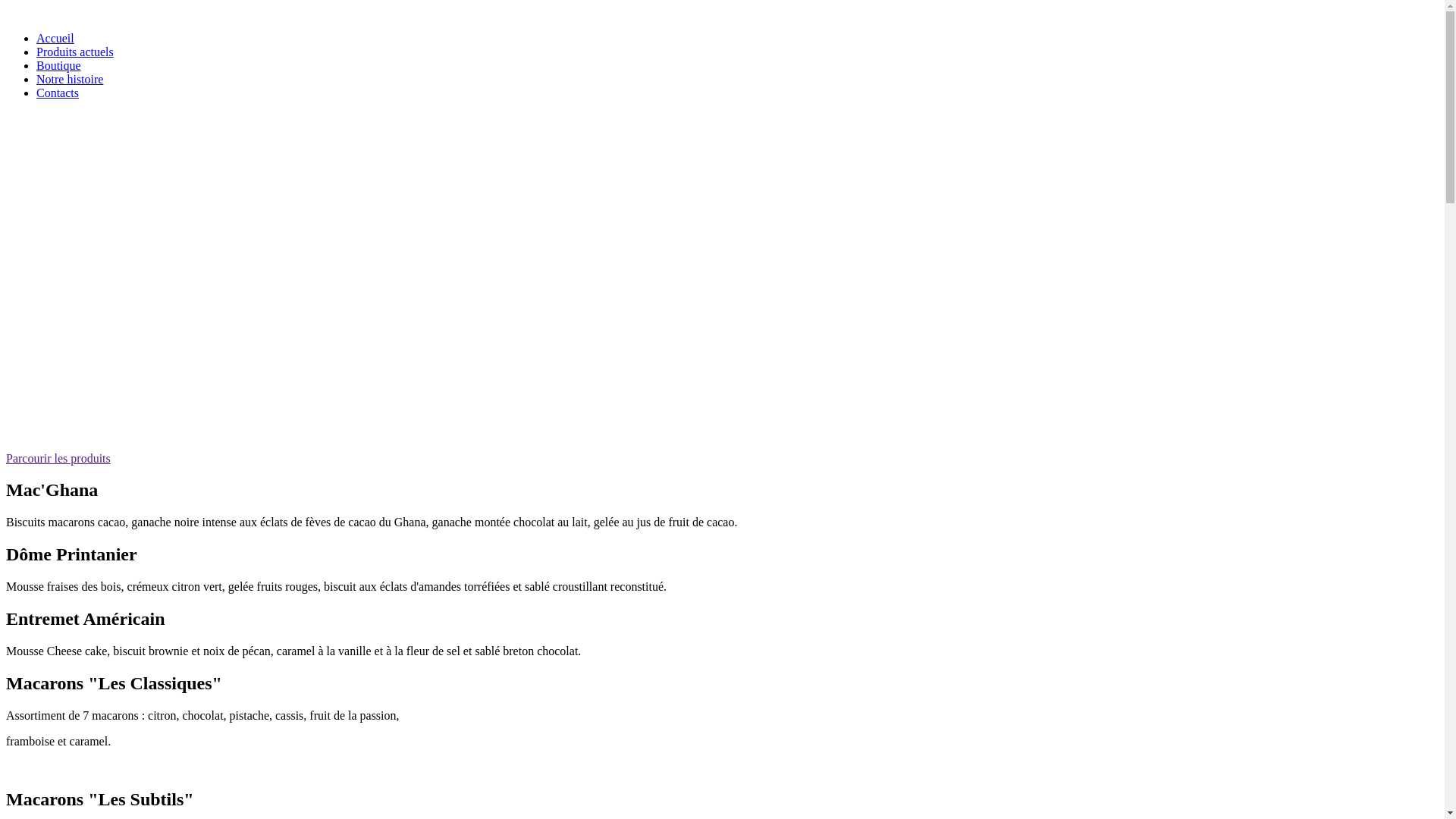  What do you see at coordinates (55, 37) in the screenshot?
I see `'Accueil'` at bounding box center [55, 37].